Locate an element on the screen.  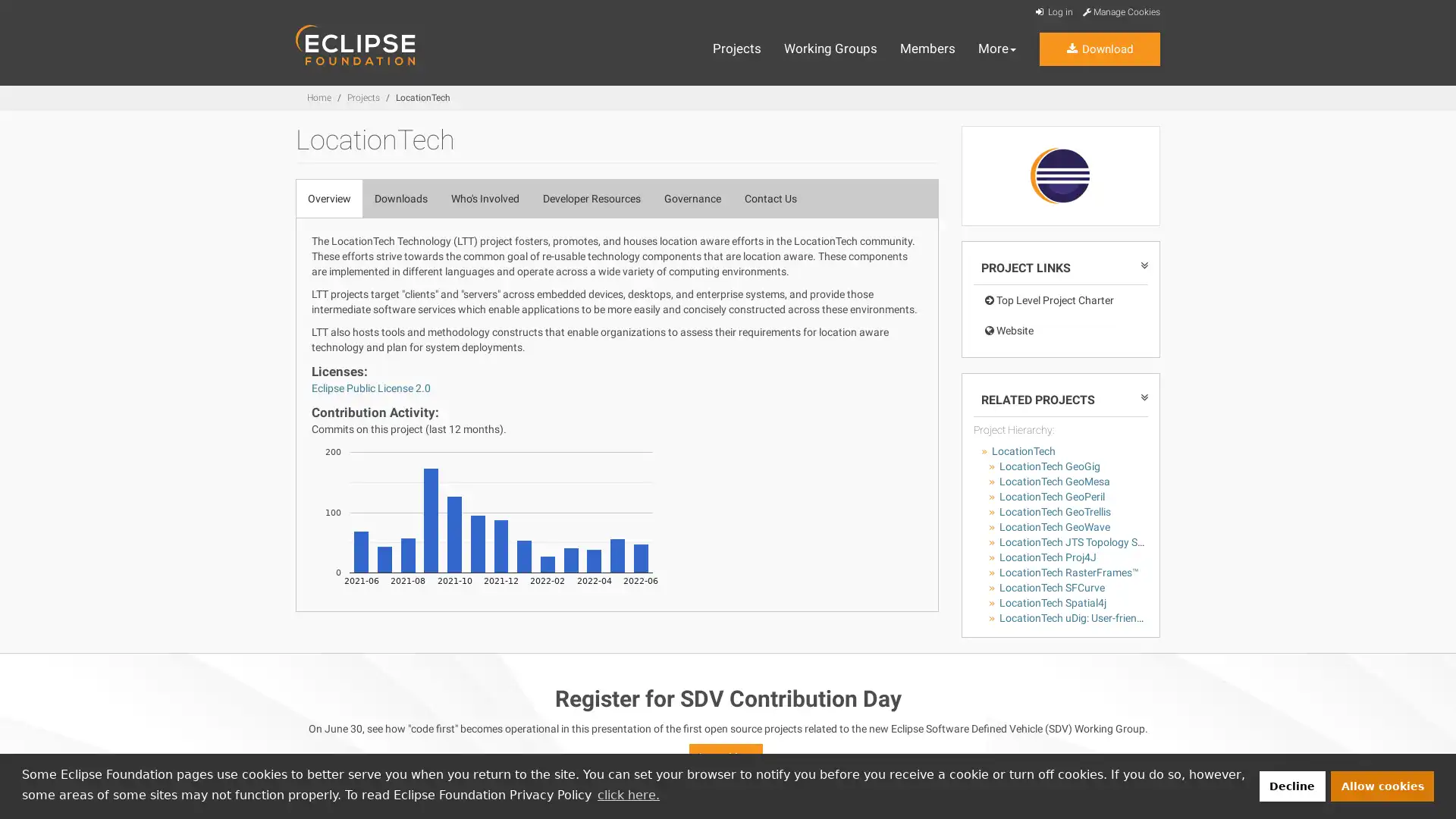
deny cookies is located at coordinates (1291, 785).